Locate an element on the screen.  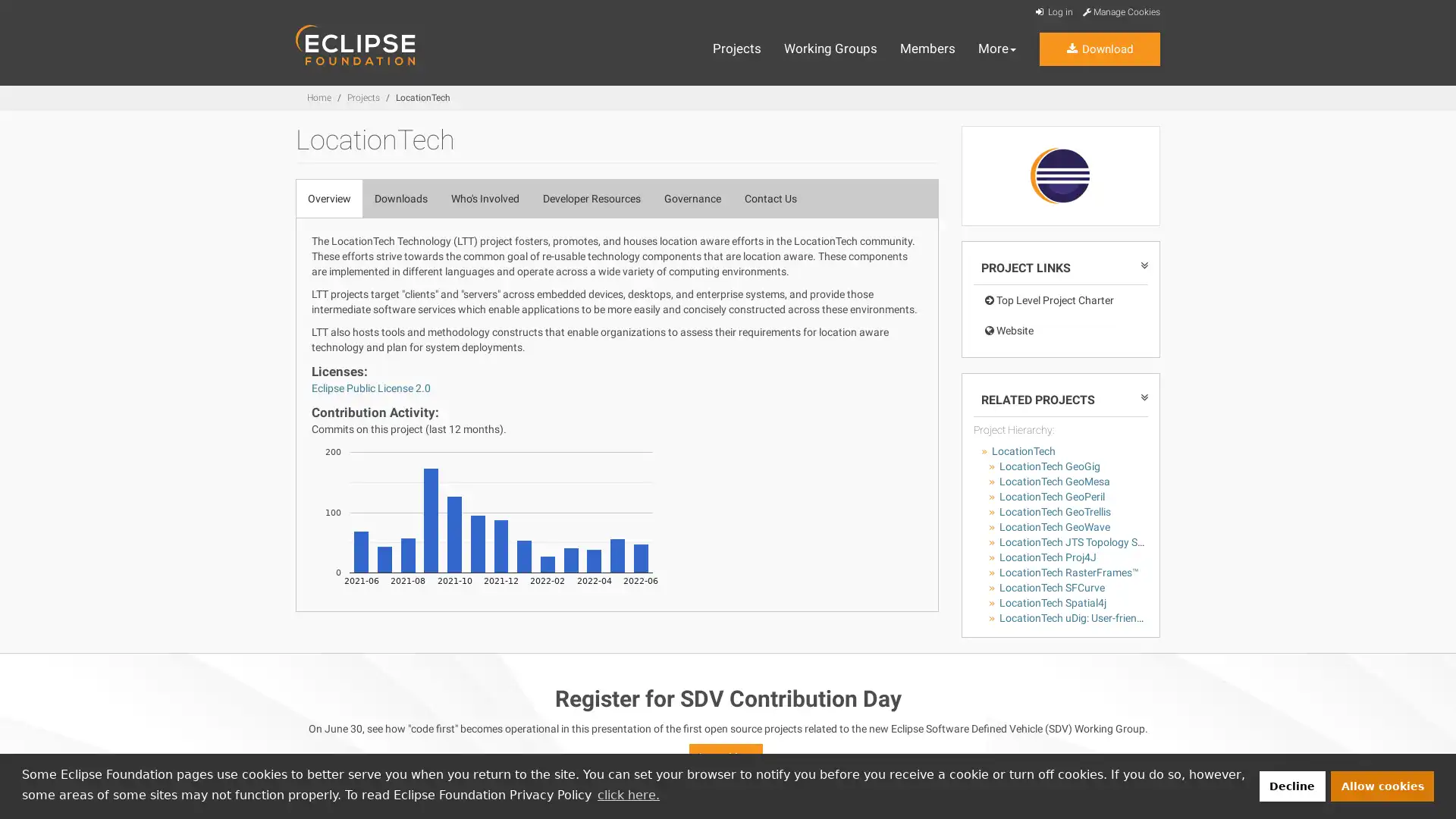
deny cookies is located at coordinates (1291, 785).